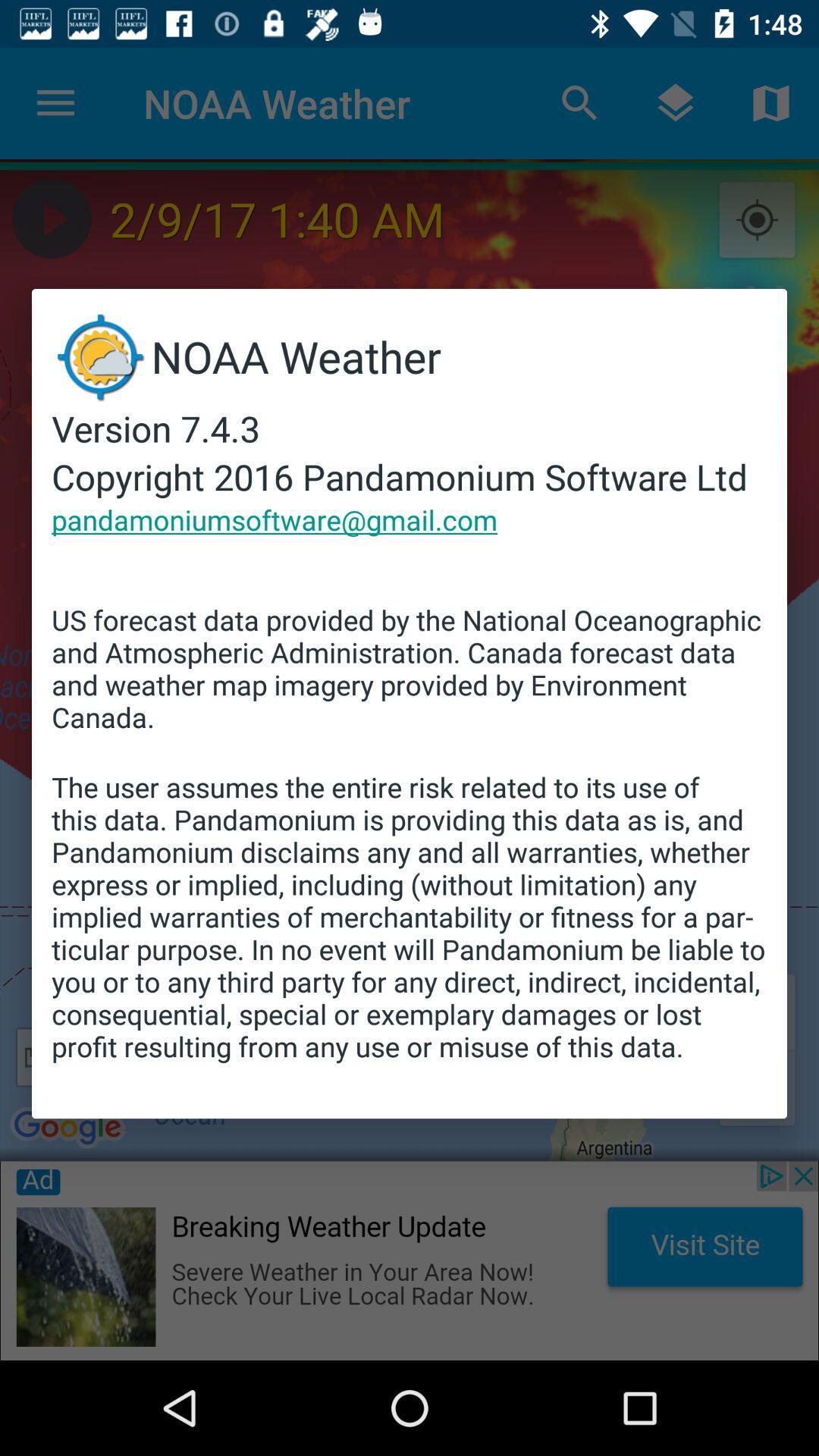 The width and height of the screenshot is (819, 1456). I want to click on icon below the copyright 2016 pandamonium item, so click(275, 519).